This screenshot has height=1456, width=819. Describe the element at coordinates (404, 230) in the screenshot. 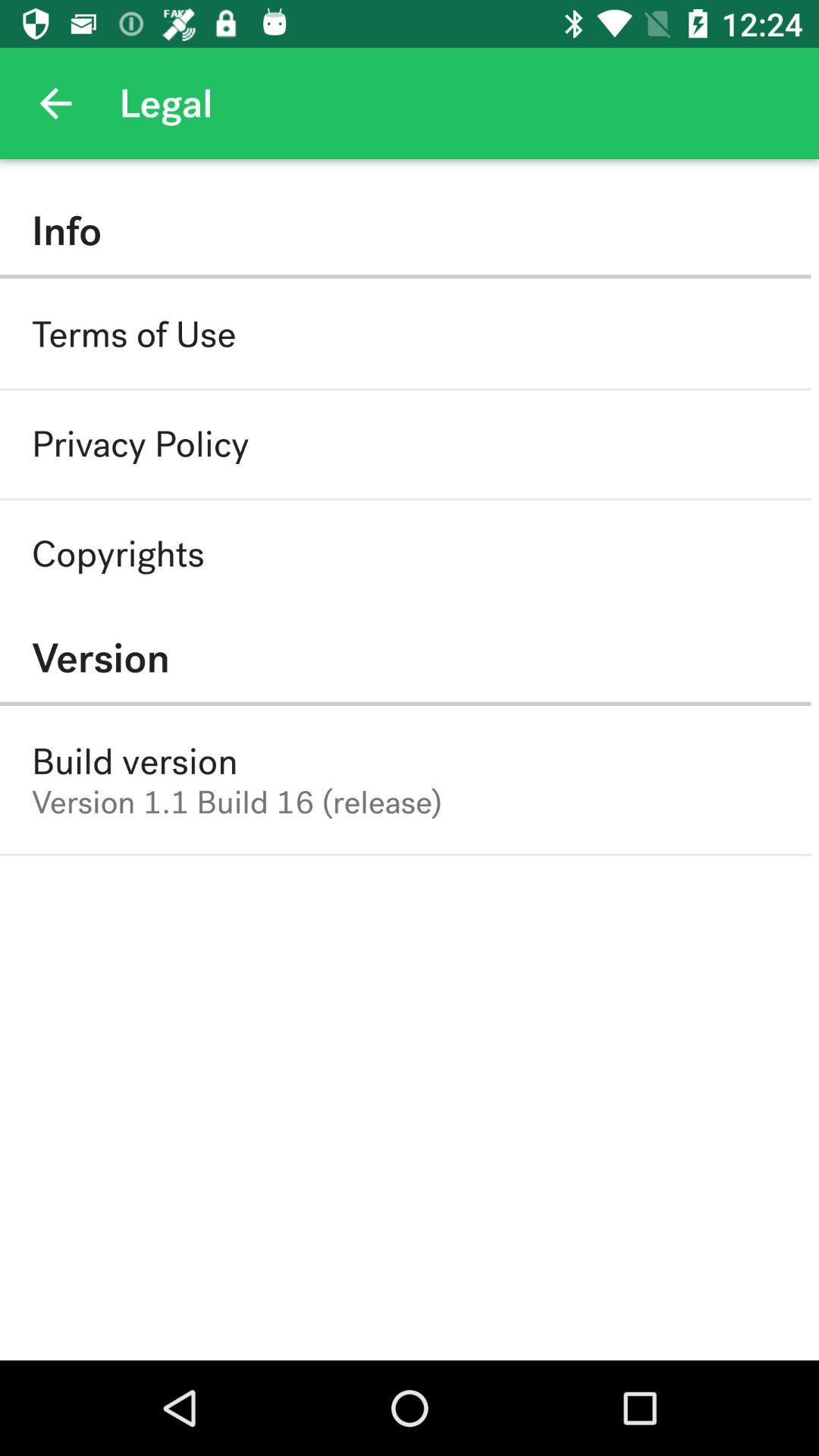

I see `the info` at that location.